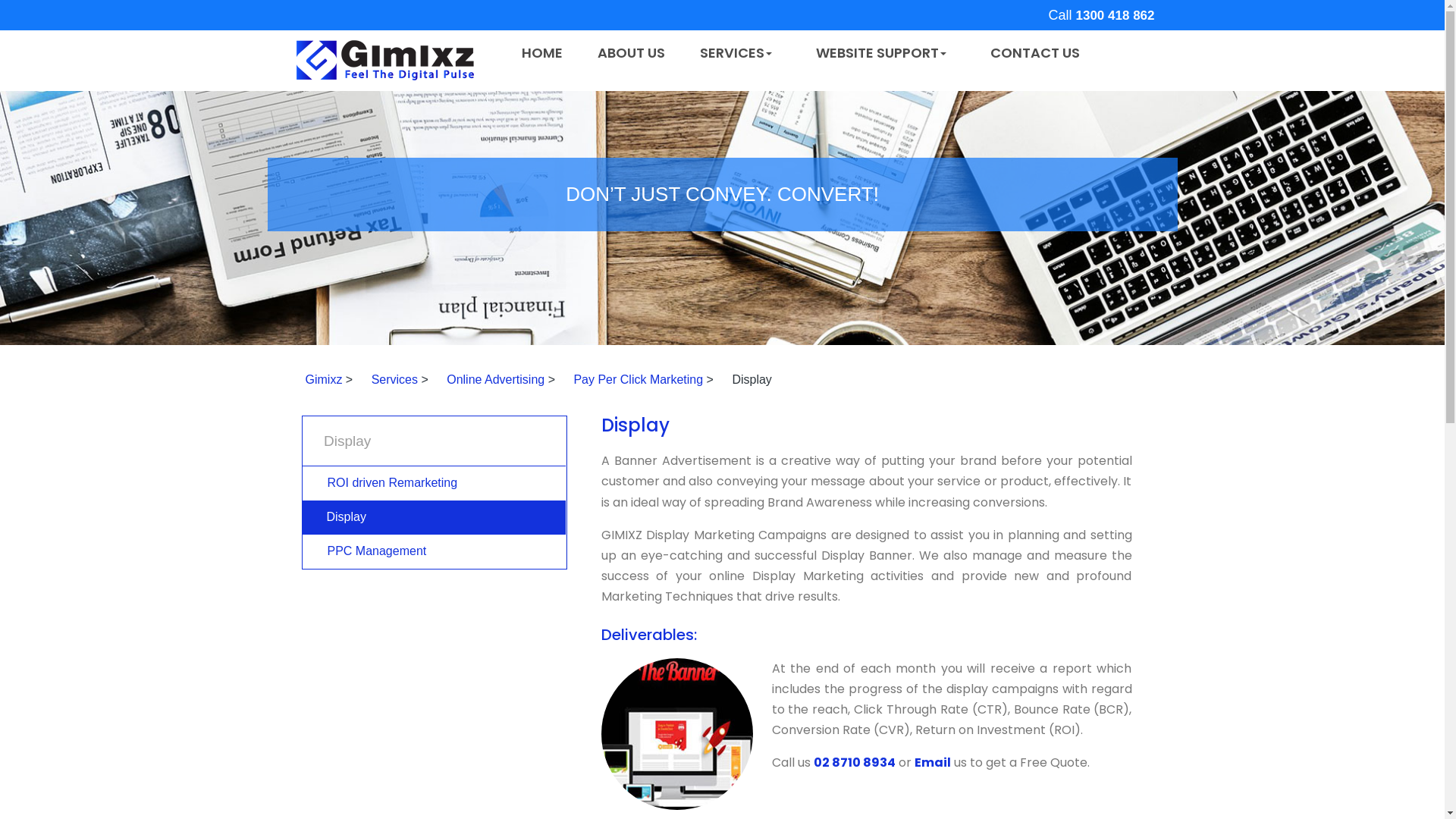 This screenshot has width=1456, height=819. Describe the element at coordinates (634, 378) in the screenshot. I see `'Pay Per Click Marketing'` at that location.